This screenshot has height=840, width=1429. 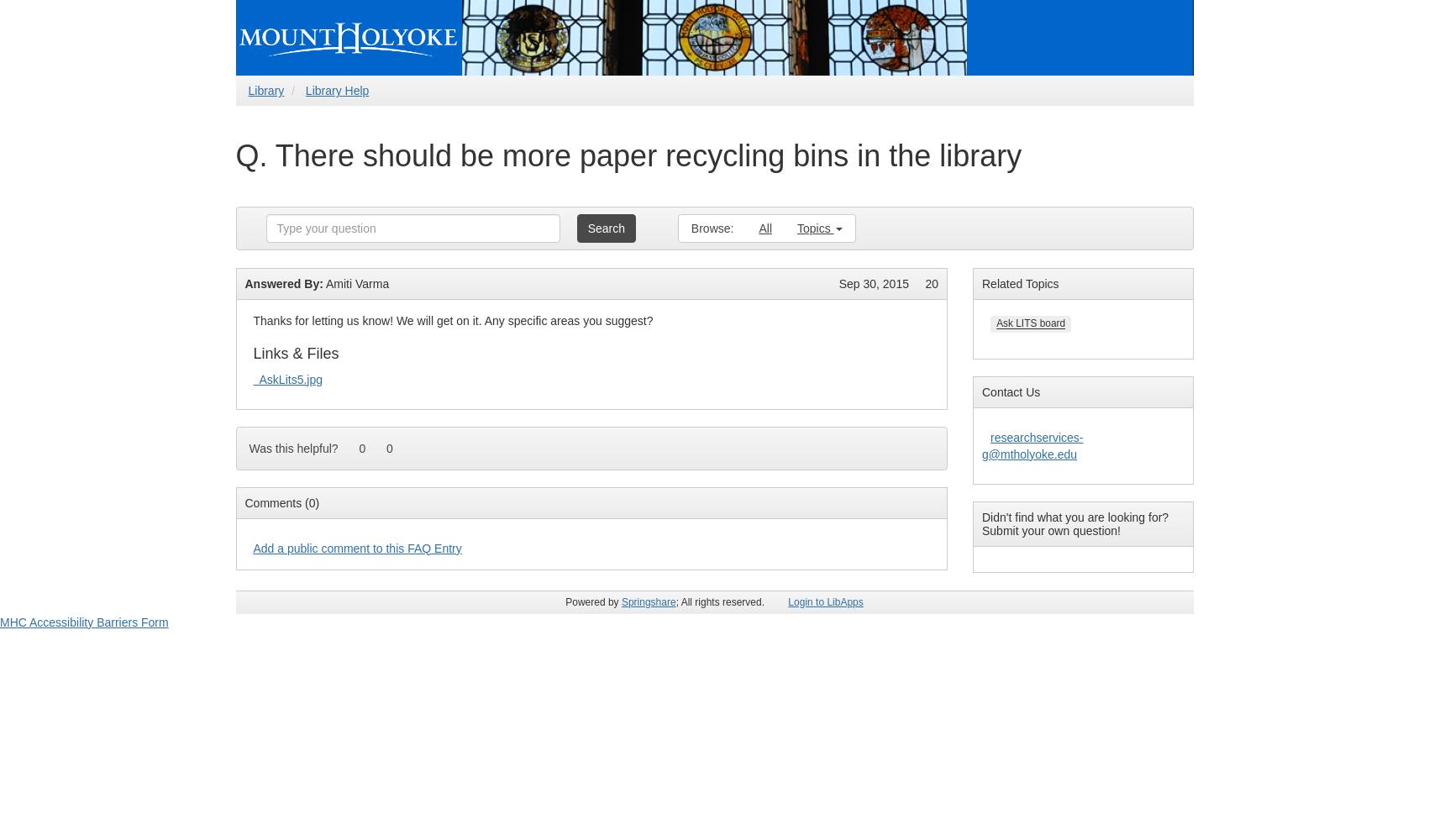 What do you see at coordinates (712, 228) in the screenshot?
I see `'Browse:'` at bounding box center [712, 228].